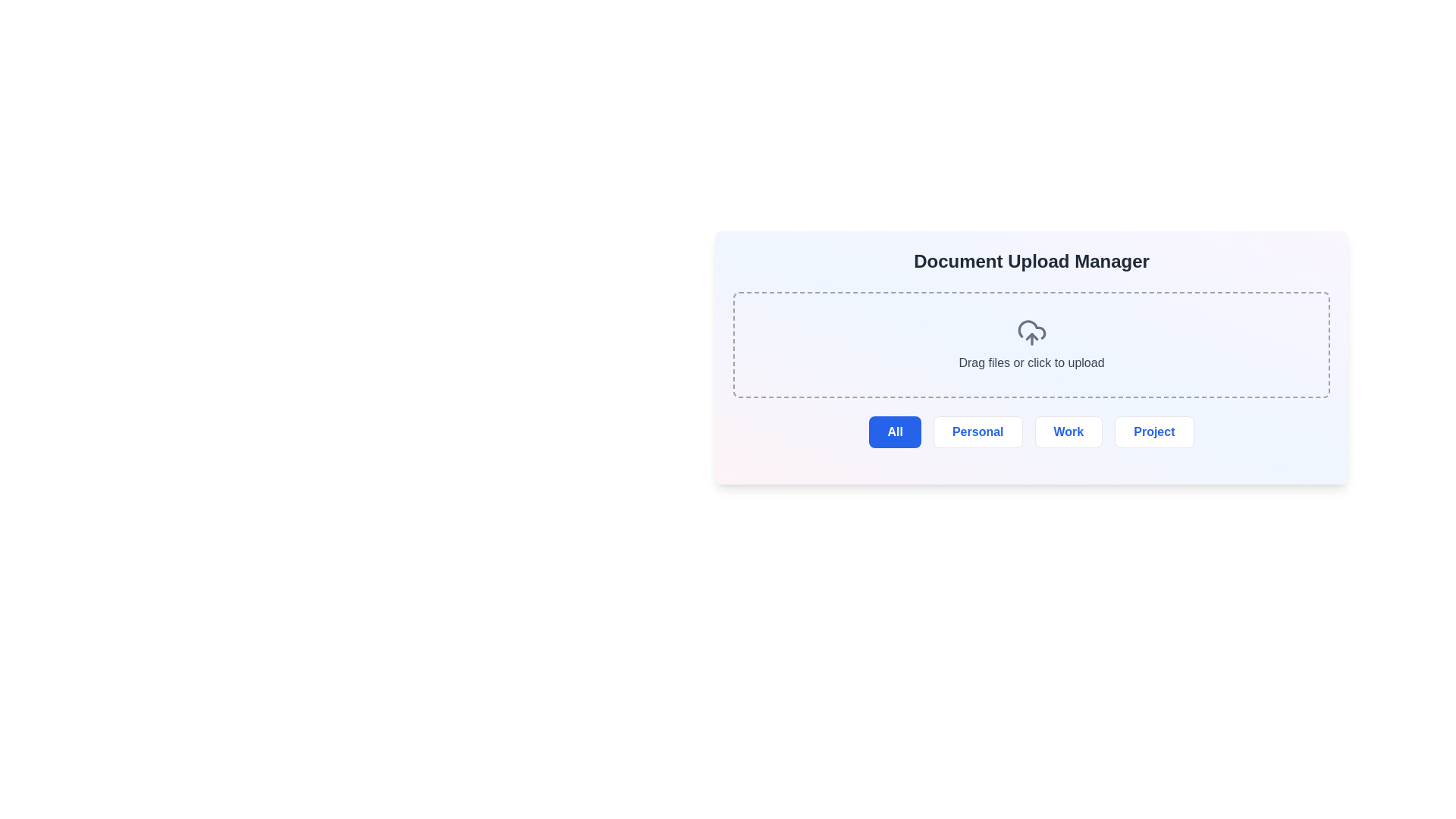 Image resolution: width=1456 pixels, height=819 pixels. What do you see at coordinates (1031, 345) in the screenshot?
I see `the File upload area with a dashed border and cloud icon` at bounding box center [1031, 345].